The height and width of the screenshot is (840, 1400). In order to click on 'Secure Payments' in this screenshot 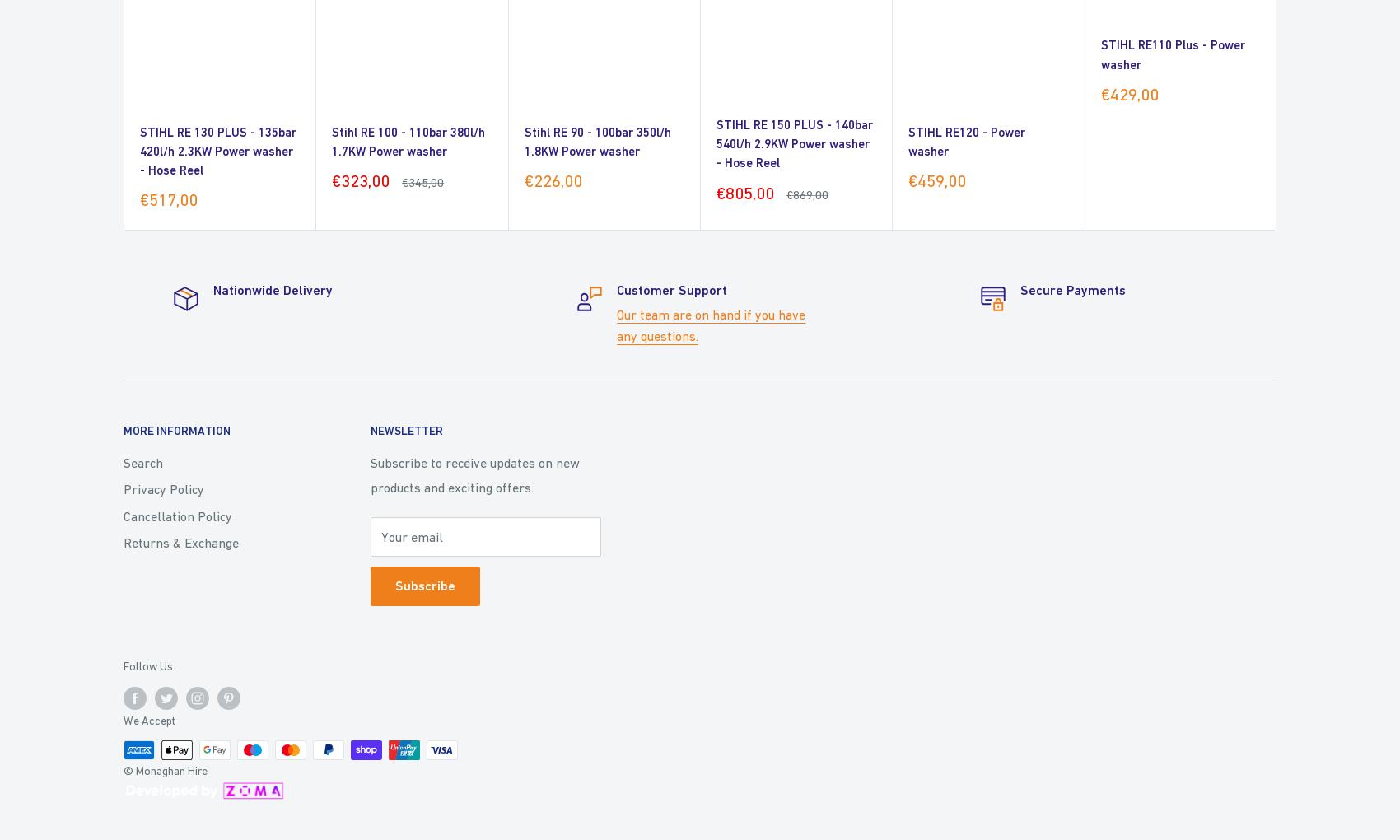, I will do `click(1073, 289)`.